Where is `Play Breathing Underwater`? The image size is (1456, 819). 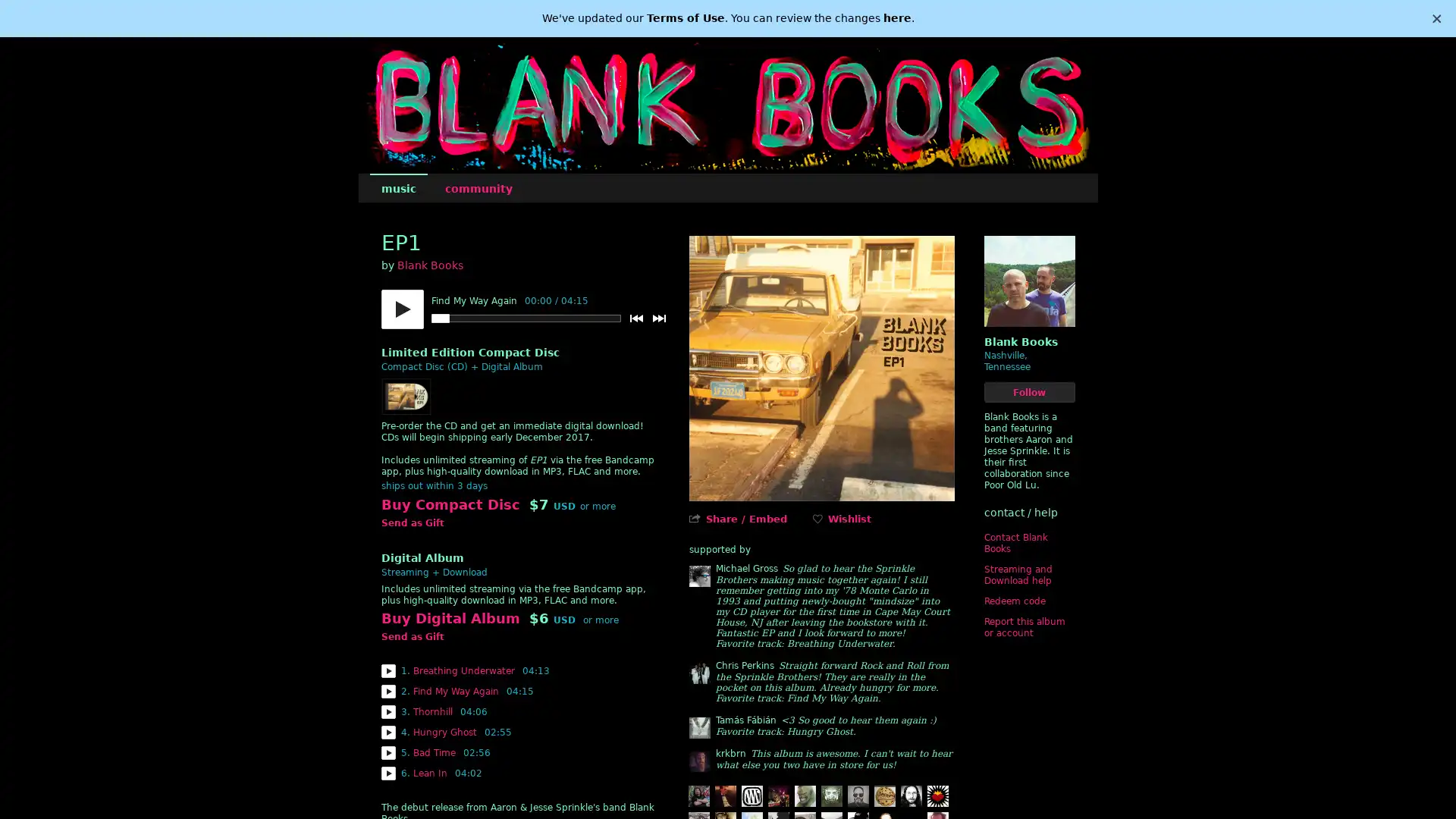
Play Breathing Underwater is located at coordinates (388, 670).